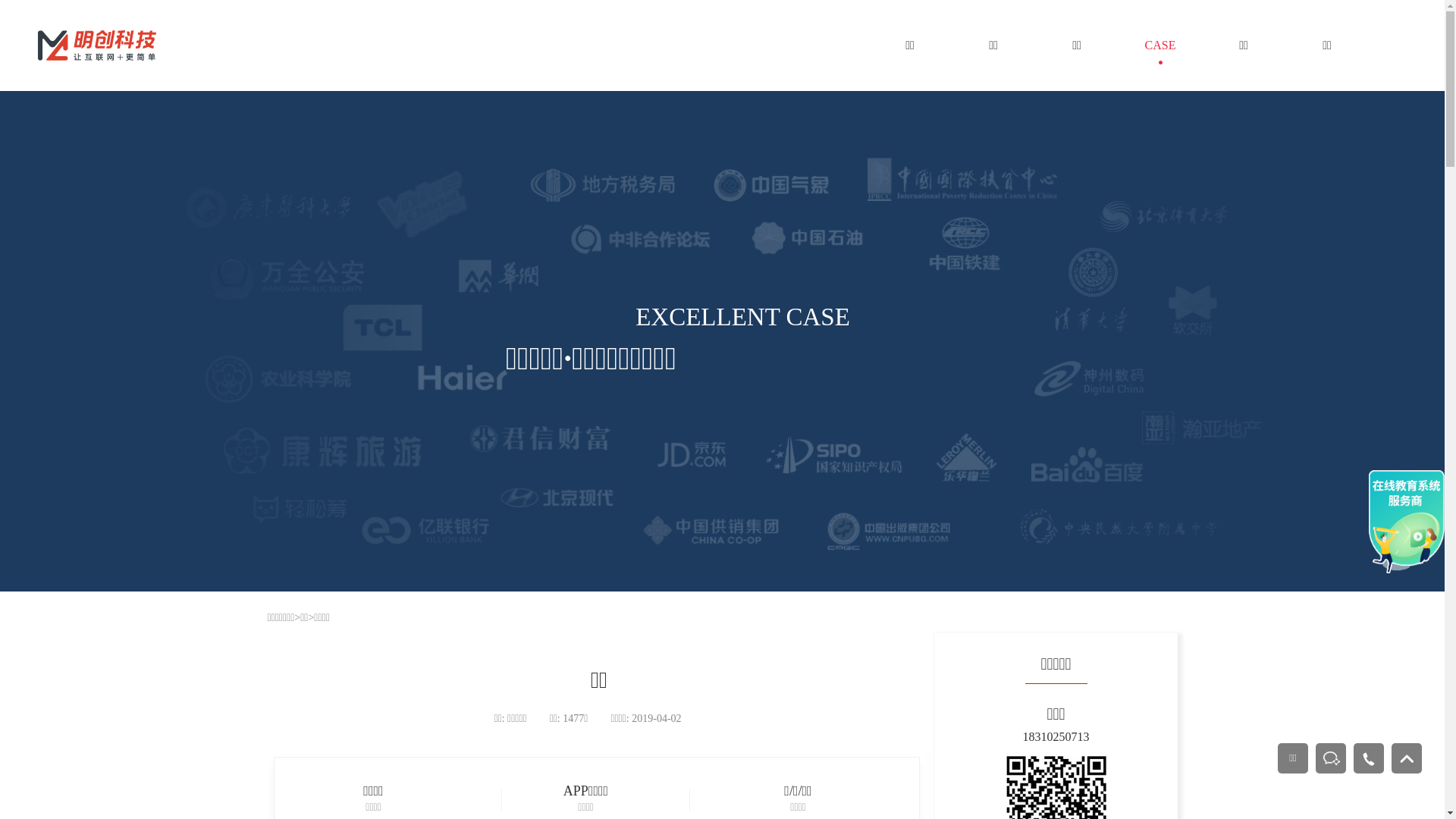 Image resolution: width=1456 pixels, height=819 pixels. What do you see at coordinates (1159, 46) in the screenshot?
I see `'CASE'` at bounding box center [1159, 46].